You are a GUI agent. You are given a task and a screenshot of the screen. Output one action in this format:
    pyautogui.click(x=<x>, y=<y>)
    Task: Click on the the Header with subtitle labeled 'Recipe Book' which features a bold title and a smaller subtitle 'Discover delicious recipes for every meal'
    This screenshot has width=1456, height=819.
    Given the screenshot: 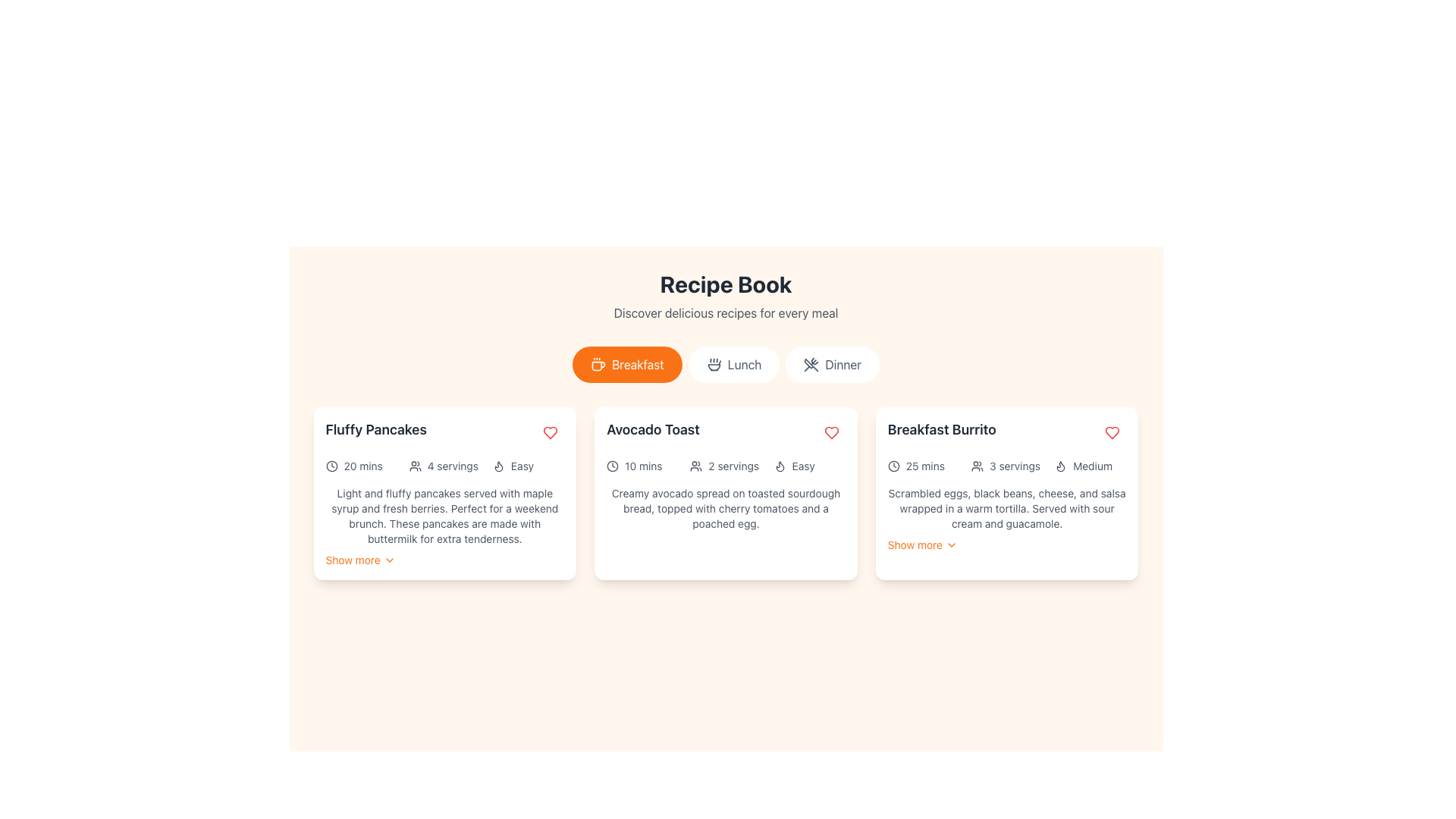 What is the action you would take?
    pyautogui.click(x=725, y=296)
    